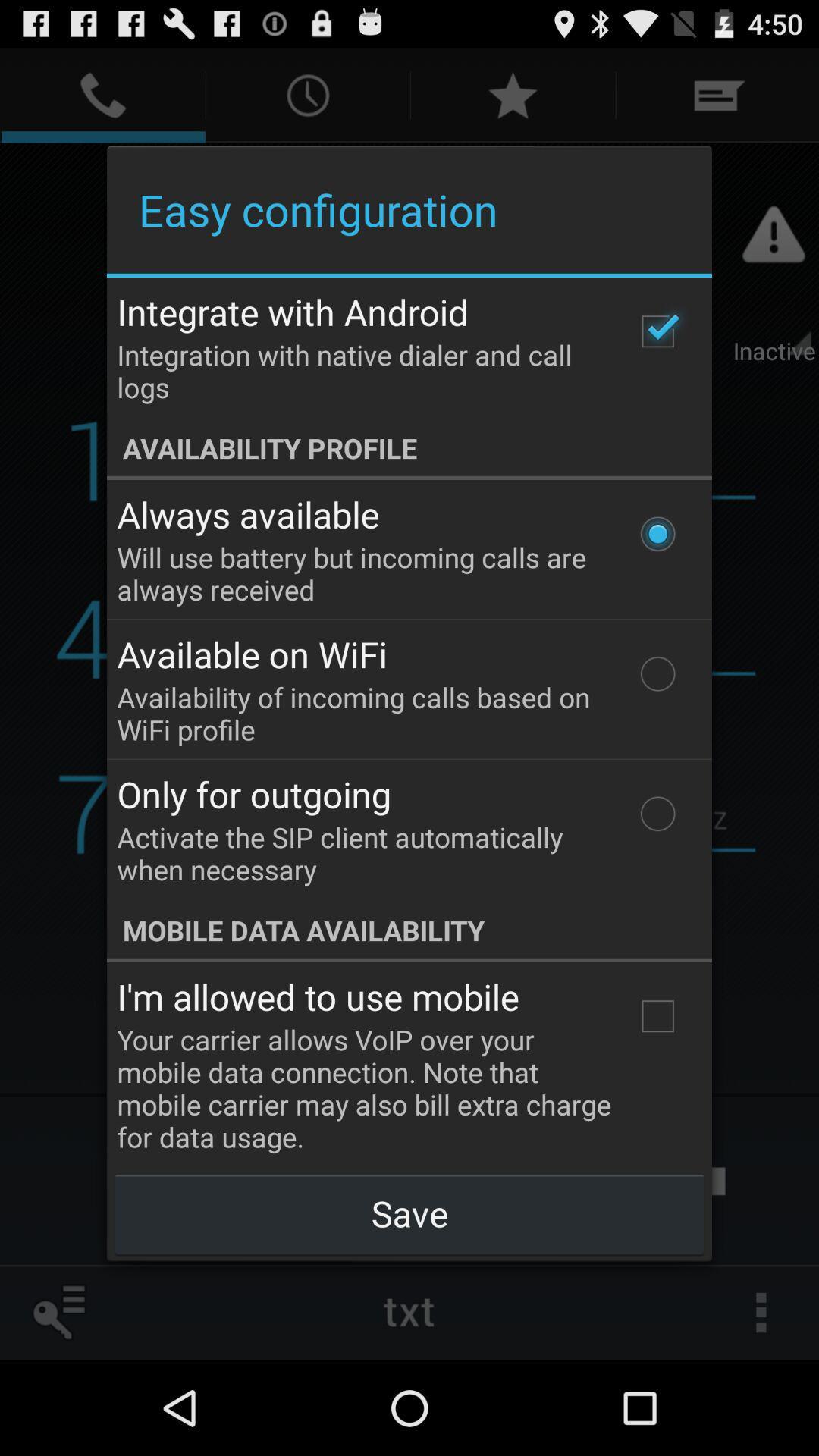 The height and width of the screenshot is (1456, 819). What do you see at coordinates (657, 1016) in the screenshot?
I see `the icon to the right of the i m allowed item` at bounding box center [657, 1016].